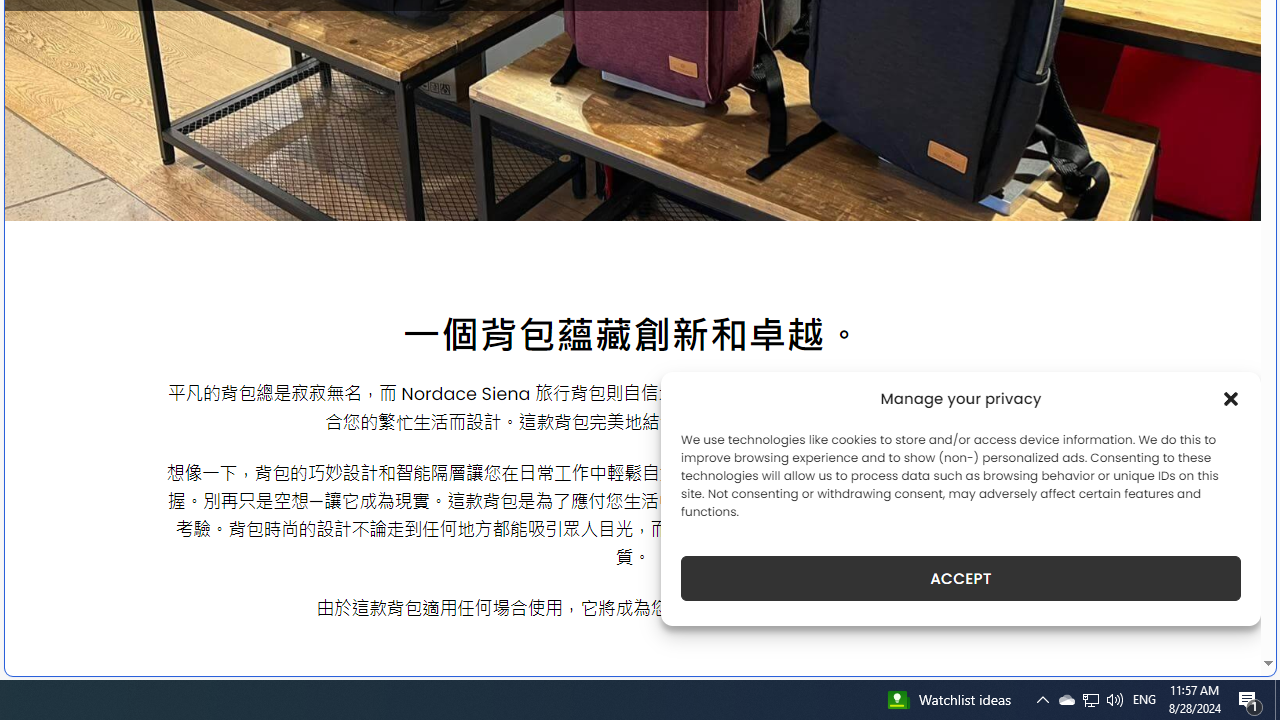 This screenshot has width=1280, height=720. What do you see at coordinates (1230, 398) in the screenshot?
I see `'Class: cmplz-close'` at bounding box center [1230, 398].